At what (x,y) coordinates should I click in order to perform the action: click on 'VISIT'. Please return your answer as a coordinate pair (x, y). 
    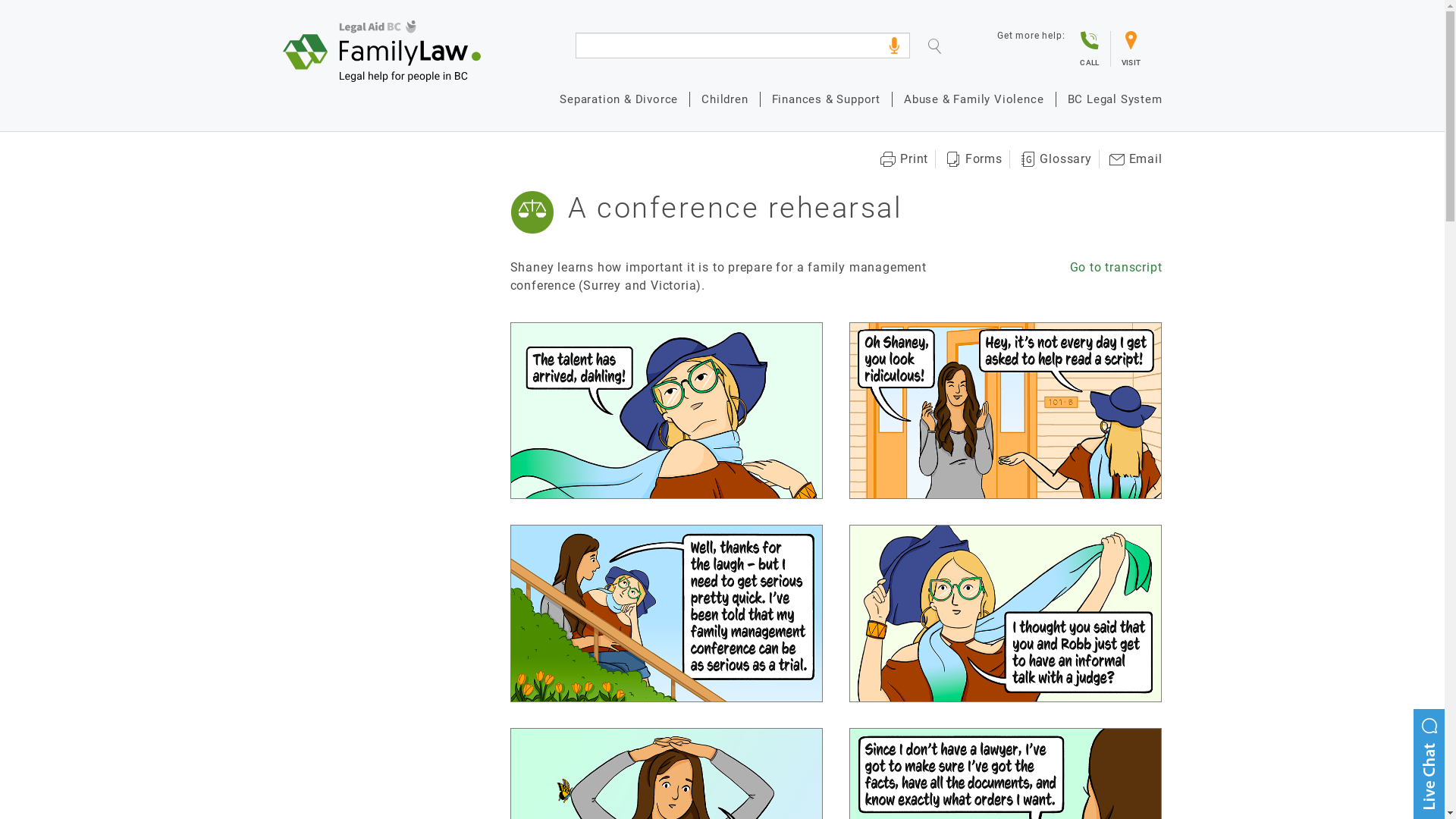
    Looking at the image, I should click on (1131, 47).